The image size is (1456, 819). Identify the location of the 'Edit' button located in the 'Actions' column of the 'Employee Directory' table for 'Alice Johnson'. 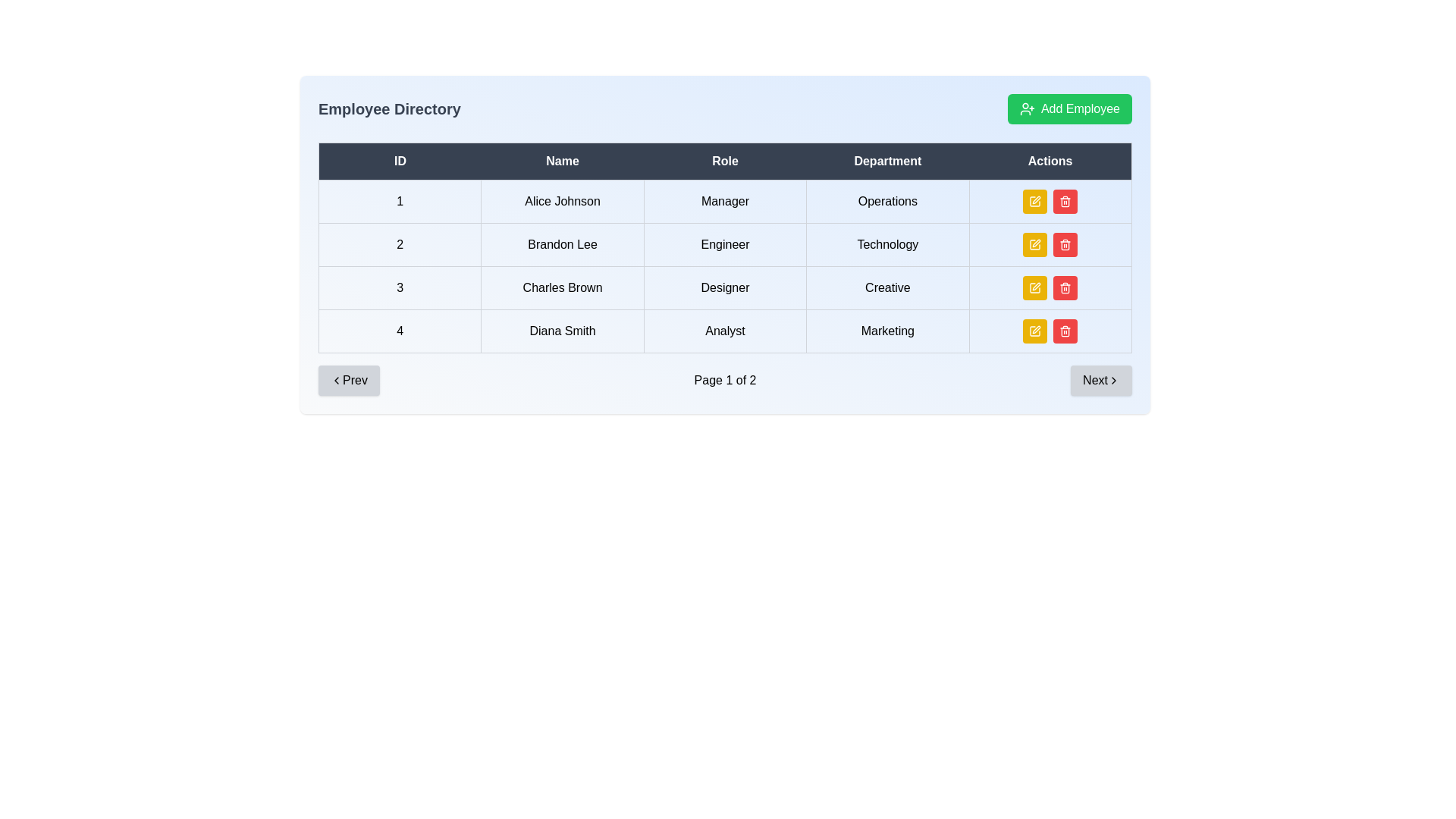
(1034, 201).